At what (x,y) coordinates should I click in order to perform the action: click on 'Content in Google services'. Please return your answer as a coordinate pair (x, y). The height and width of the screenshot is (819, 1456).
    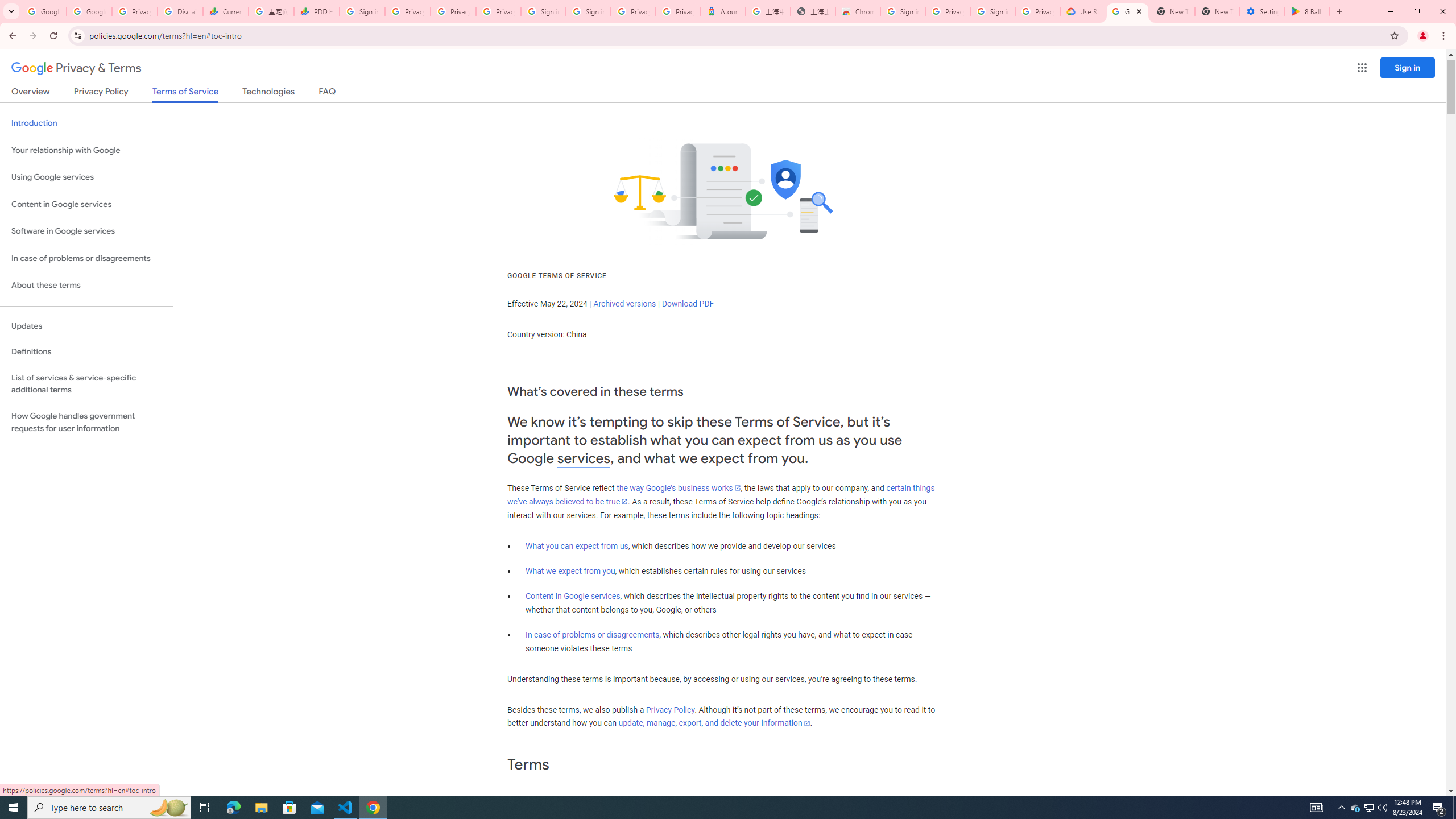
    Looking at the image, I should click on (572, 596).